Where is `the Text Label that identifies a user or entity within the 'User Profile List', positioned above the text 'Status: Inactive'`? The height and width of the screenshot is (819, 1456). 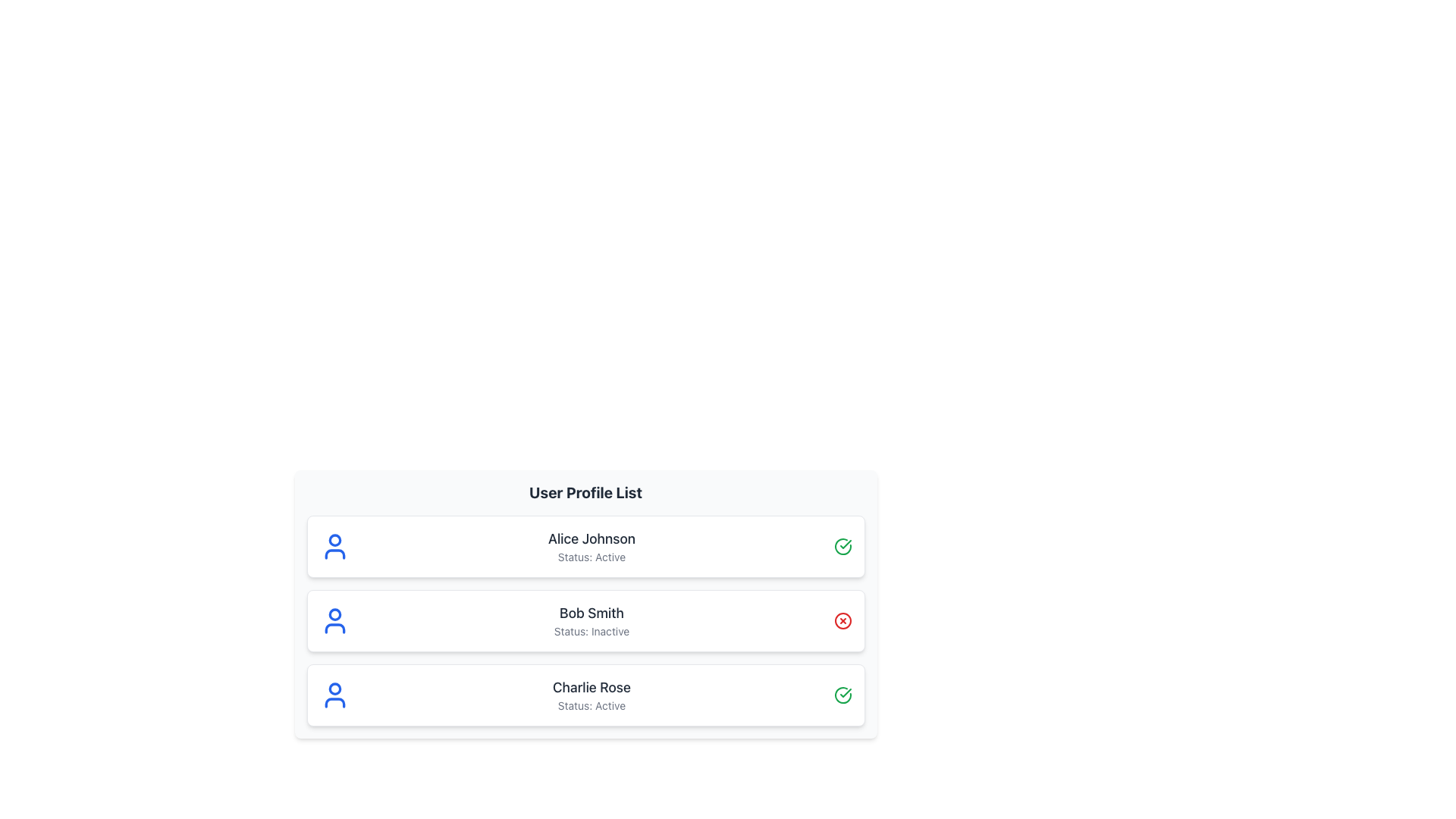 the Text Label that identifies a user or entity within the 'User Profile List', positioned above the text 'Status: Inactive' is located at coordinates (591, 613).